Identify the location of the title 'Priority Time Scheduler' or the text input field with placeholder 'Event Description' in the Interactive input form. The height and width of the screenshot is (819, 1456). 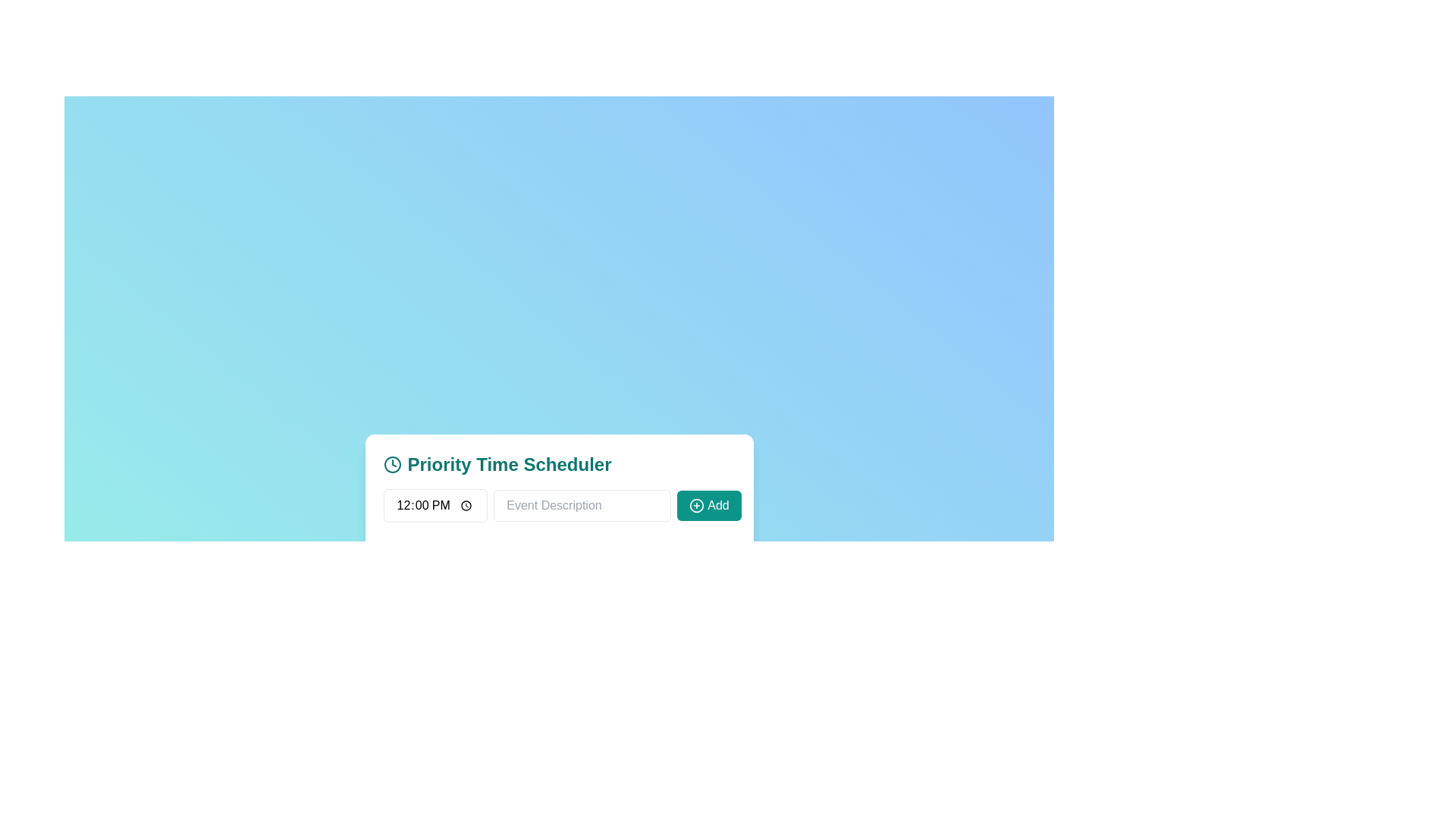
(558, 506).